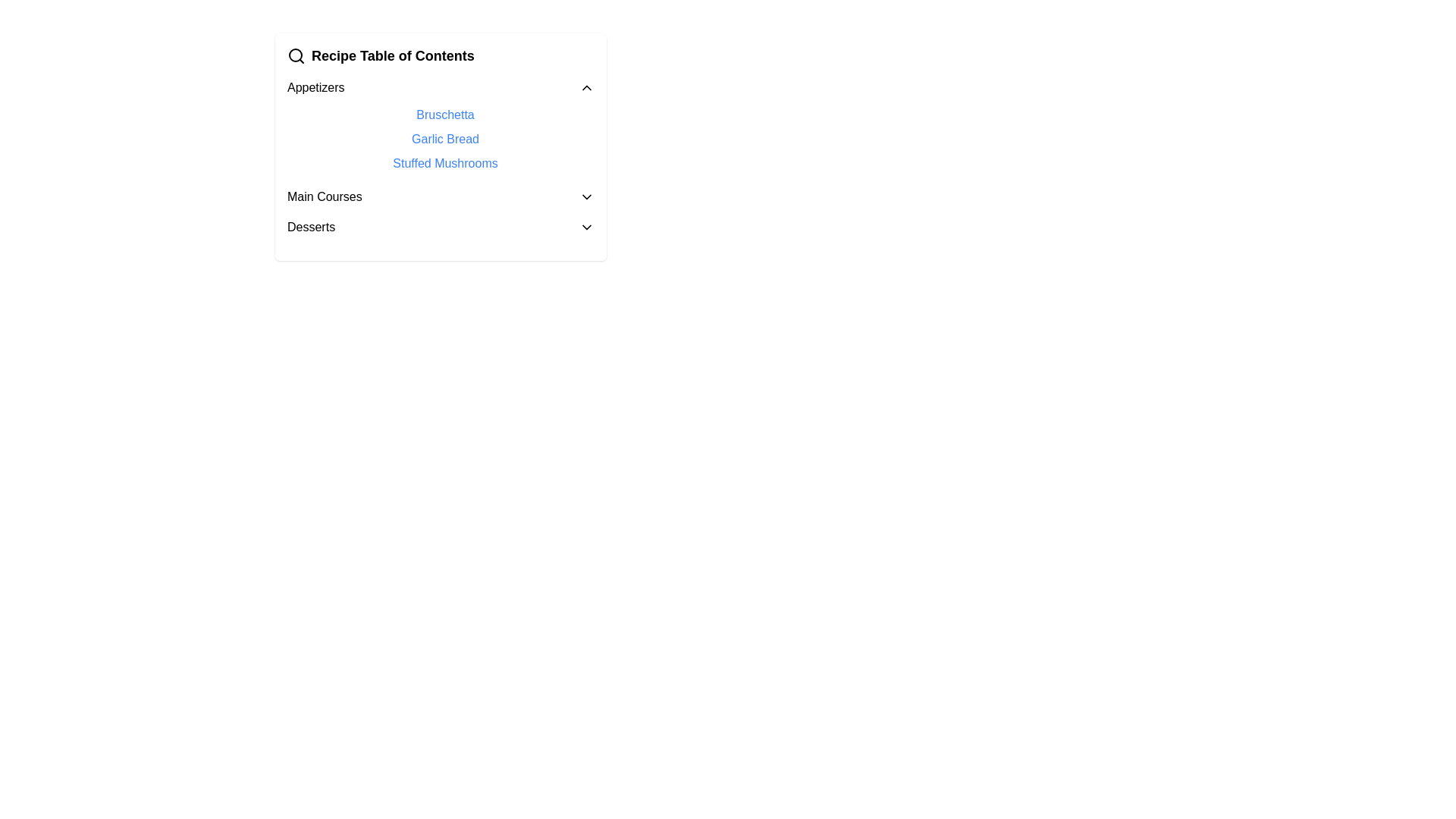 This screenshot has width=1456, height=819. I want to click on the hyperlink for Garlic Bread, the second interactive item in the Appetizers section of the Recipe Table of Contents, so click(446, 140).